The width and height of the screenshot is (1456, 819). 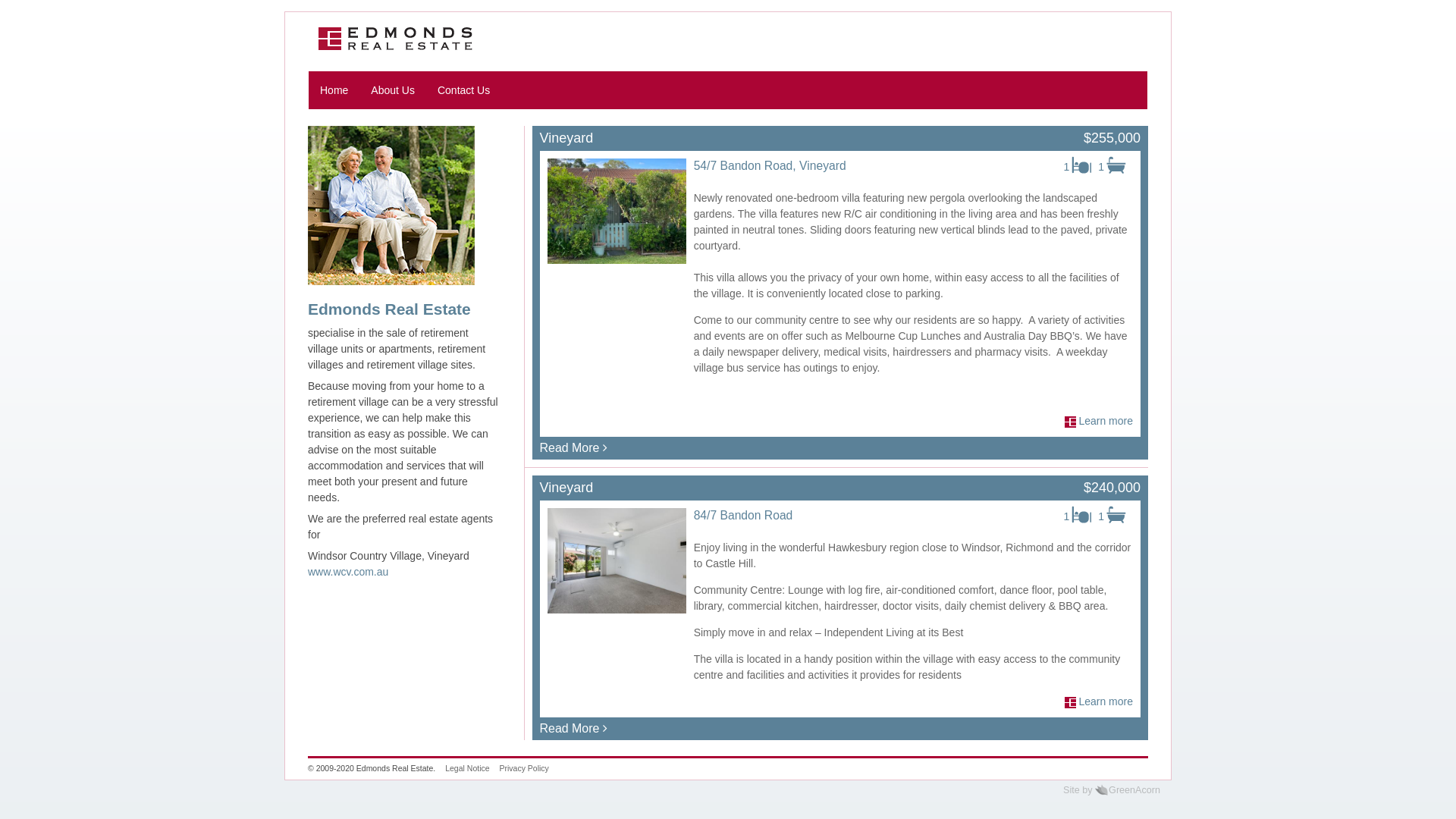 What do you see at coordinates (1077, 421) in the screenshot?
I see `'Learn more'` at bounding box center [1077, 421].